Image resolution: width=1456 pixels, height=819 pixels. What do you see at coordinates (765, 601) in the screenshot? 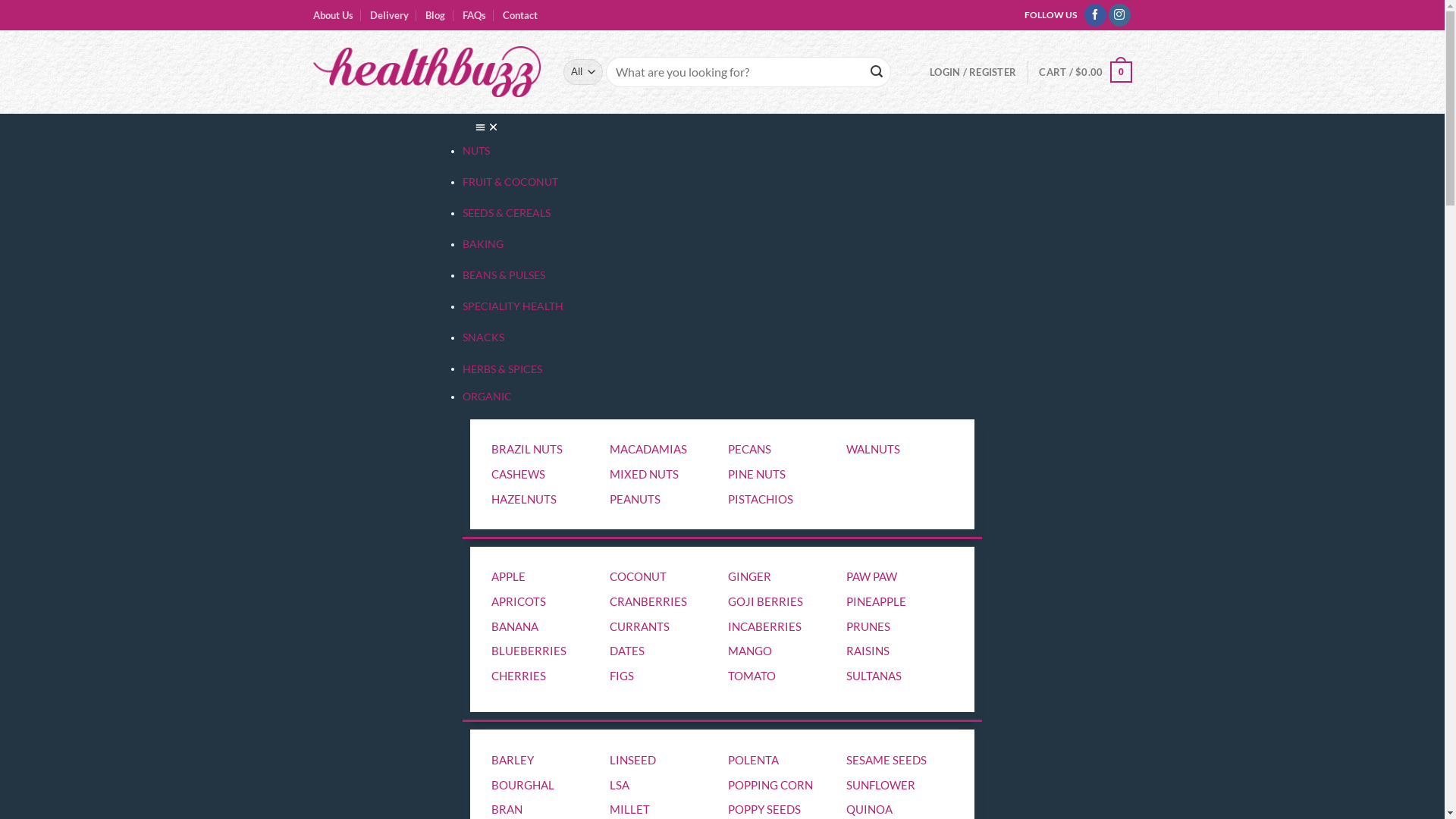
I see `'GOJI BERRIES'` at bounding box center [765, 601].